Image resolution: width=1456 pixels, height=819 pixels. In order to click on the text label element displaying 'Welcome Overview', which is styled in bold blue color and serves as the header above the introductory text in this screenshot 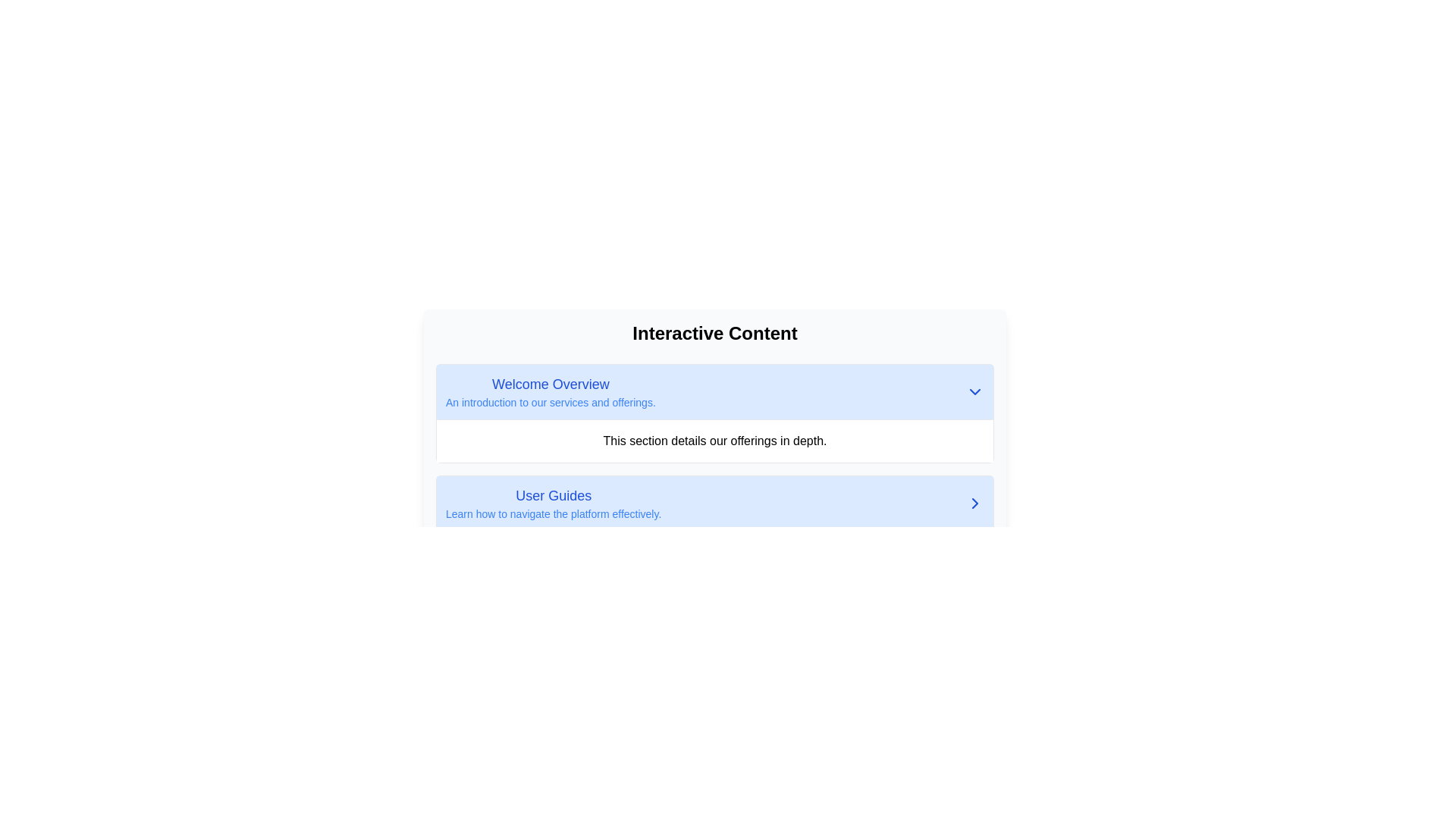, I will do `click(550, 383)`.